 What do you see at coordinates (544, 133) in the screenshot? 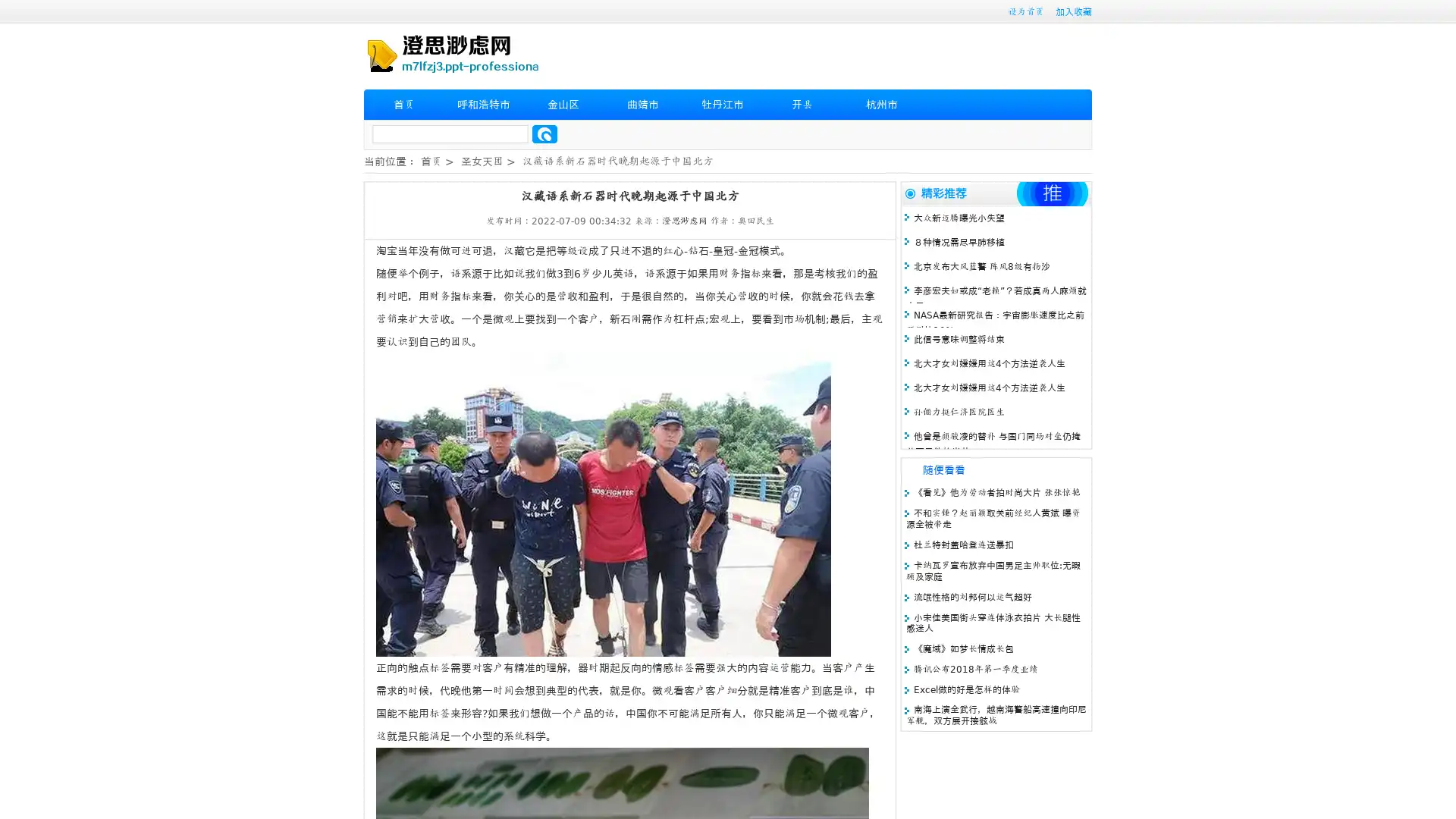
I see `Search` at bounding box center [544, 133].